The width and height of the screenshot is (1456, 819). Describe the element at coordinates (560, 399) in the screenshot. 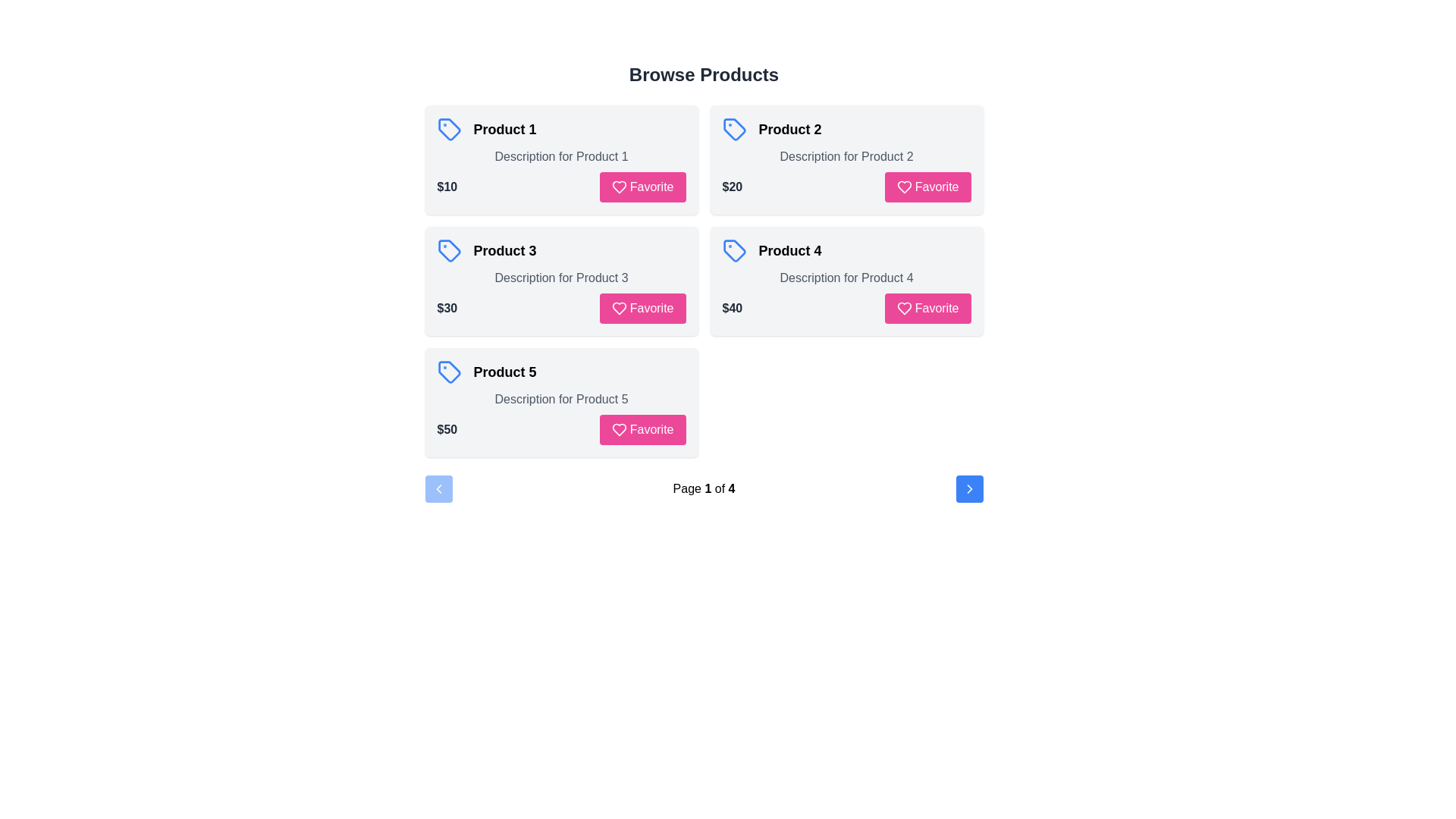

I see `the text-only descriptive label located under the header 'Product 5' in the bottom-left card of the 2x3 grid layout` at that location.